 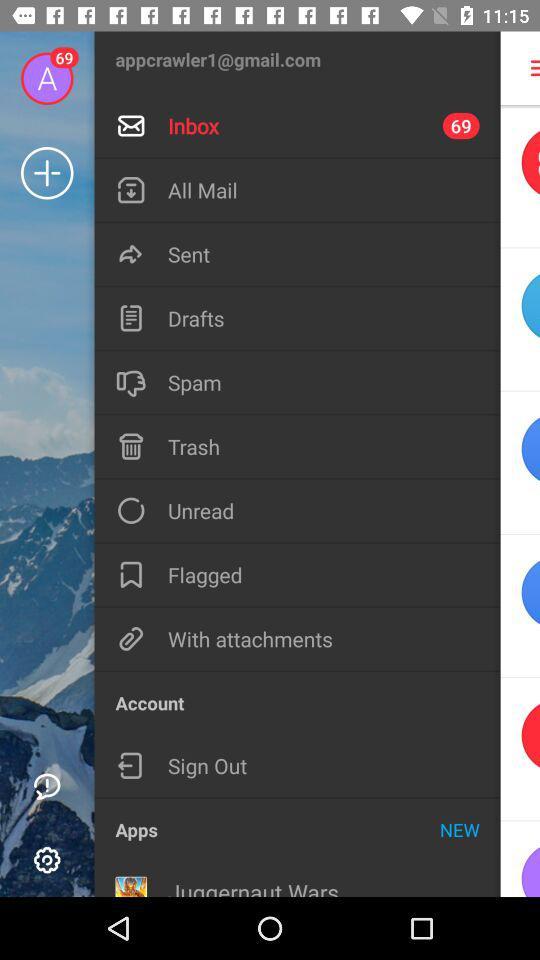 What do you see at coordinates (520, 605) in the screenshot?
I see `the arrow_backward icon` at bounding box center [520, 605].